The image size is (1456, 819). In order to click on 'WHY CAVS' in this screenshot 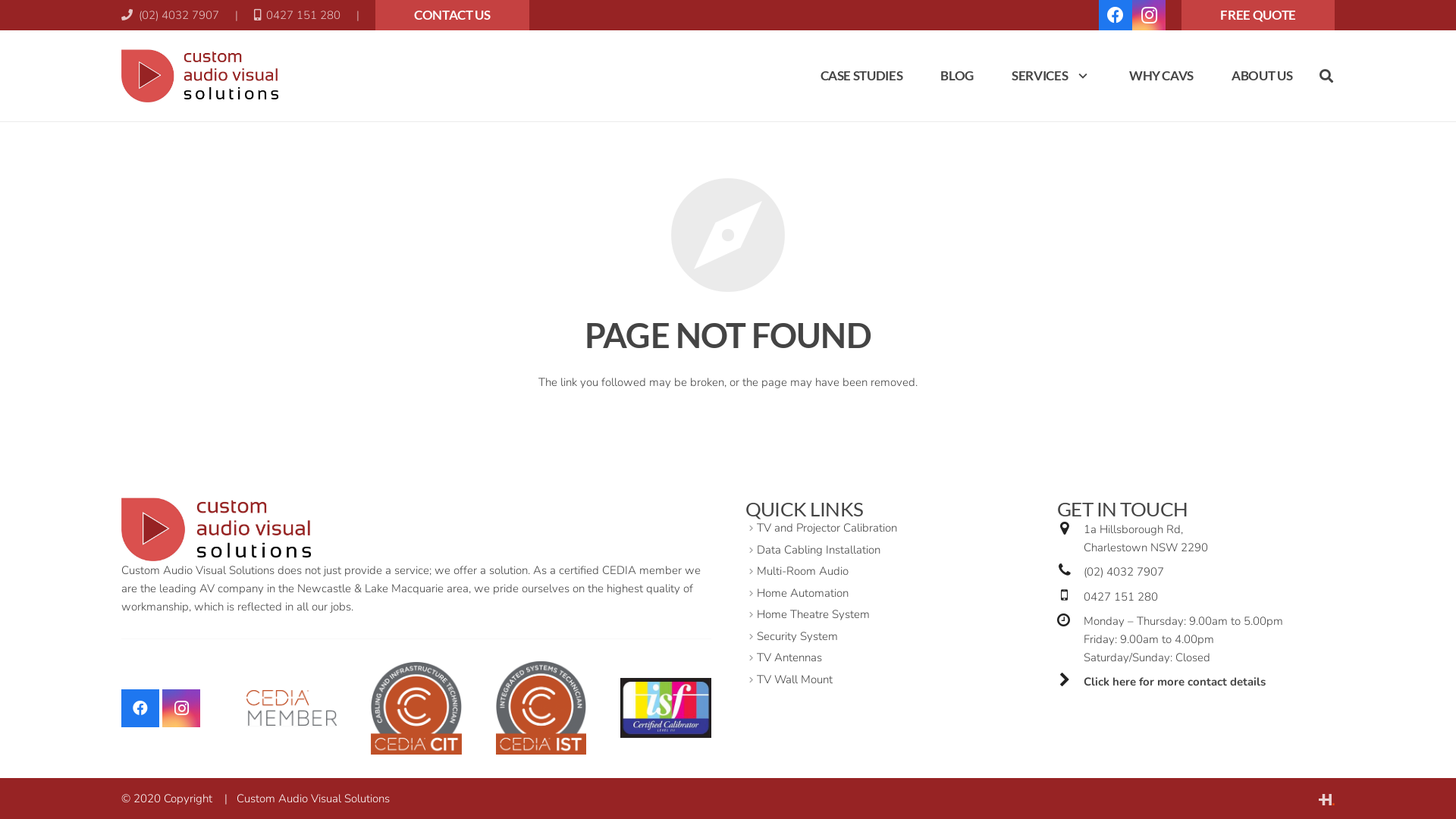, I will do `click(1160, 76)`.